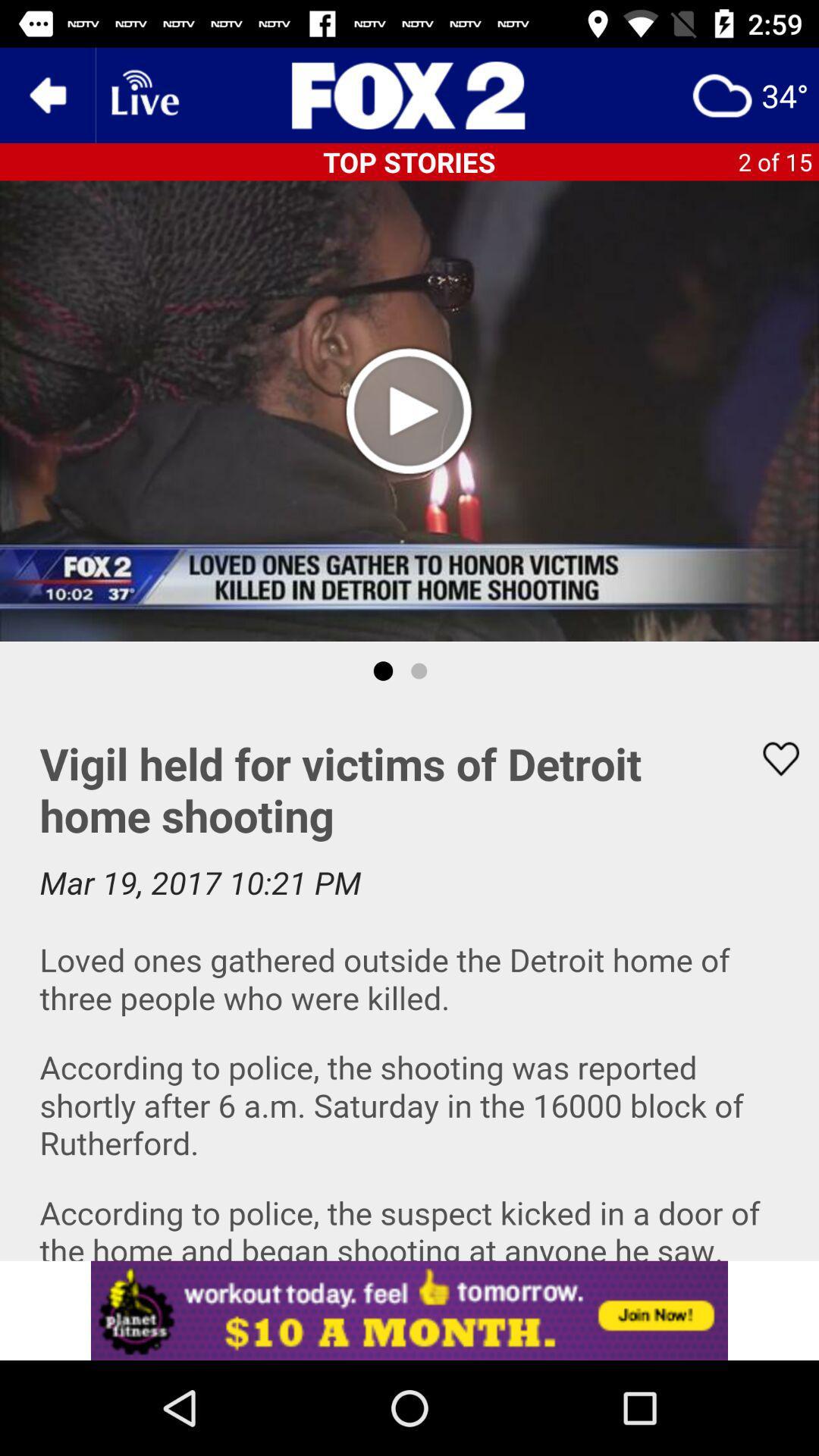 Image resolution: width=819 pixels, height=1456 pixels. Describe the element at coordinates (409, 94) in the screenshot. I see `the advertisement` at that location.